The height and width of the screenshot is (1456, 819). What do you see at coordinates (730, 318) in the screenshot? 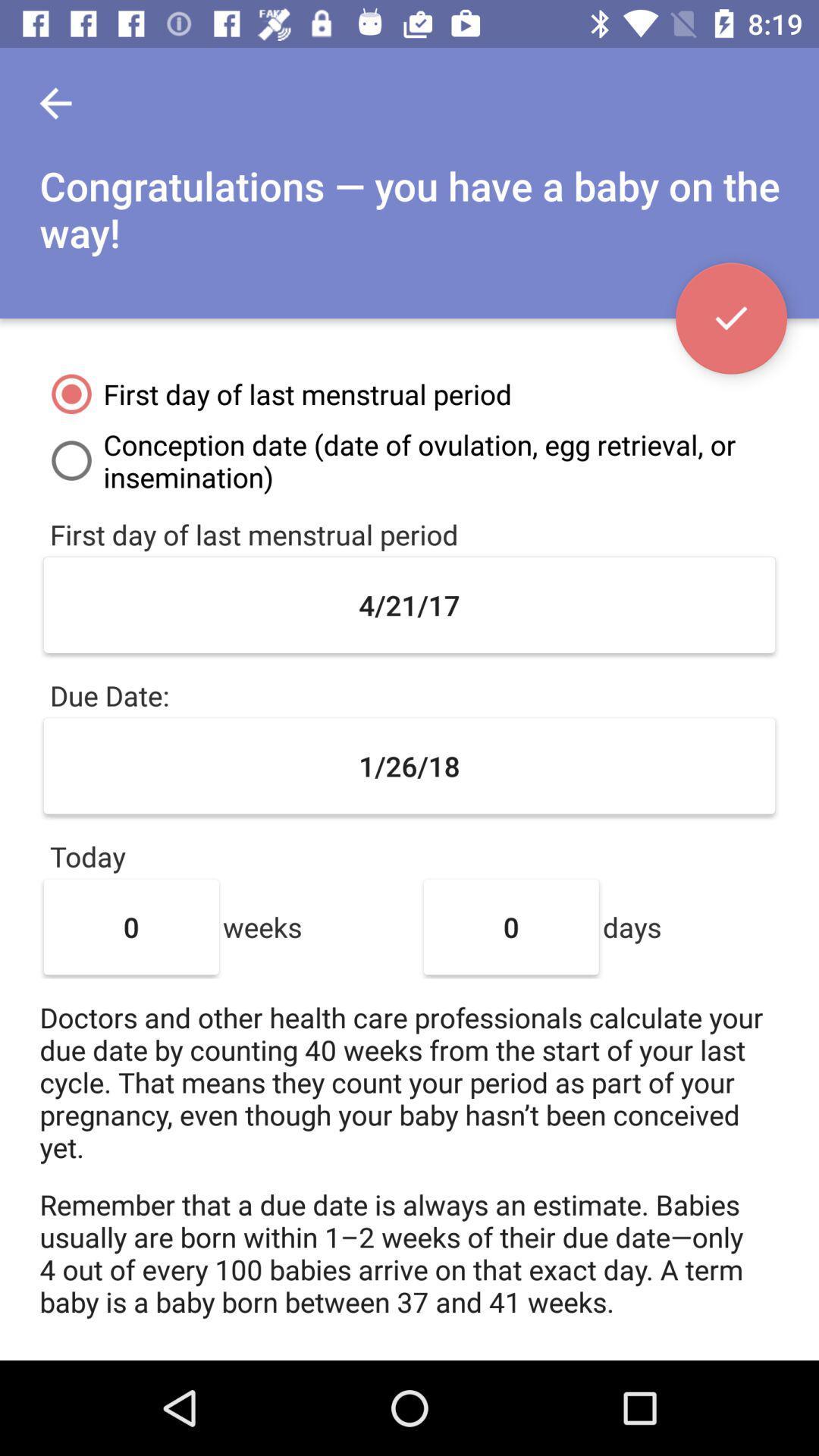
I see `icon at the top right corner` at bounding box center [730, 318].